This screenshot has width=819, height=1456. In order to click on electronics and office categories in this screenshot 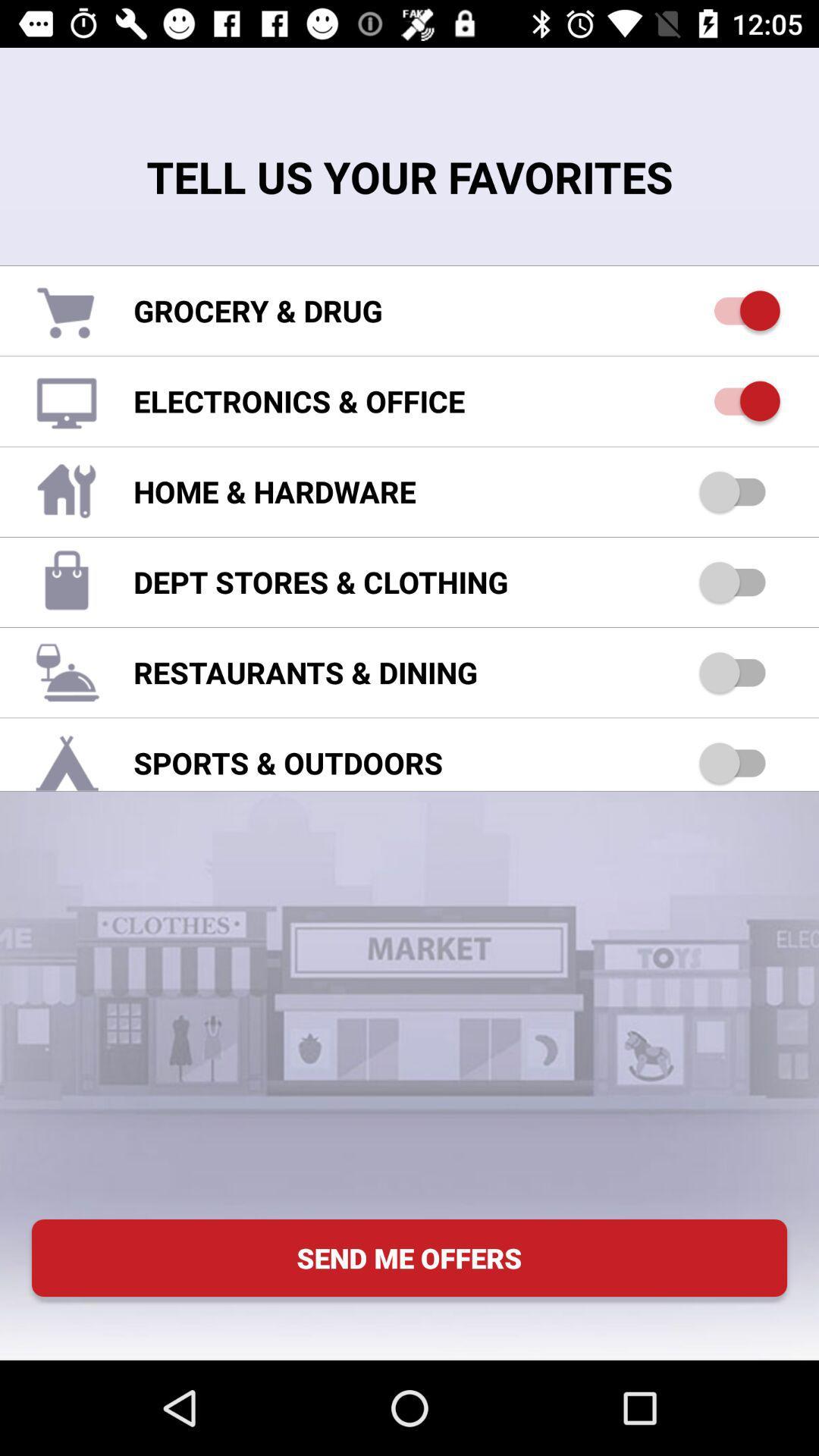, I will do `click(739, 401)`.